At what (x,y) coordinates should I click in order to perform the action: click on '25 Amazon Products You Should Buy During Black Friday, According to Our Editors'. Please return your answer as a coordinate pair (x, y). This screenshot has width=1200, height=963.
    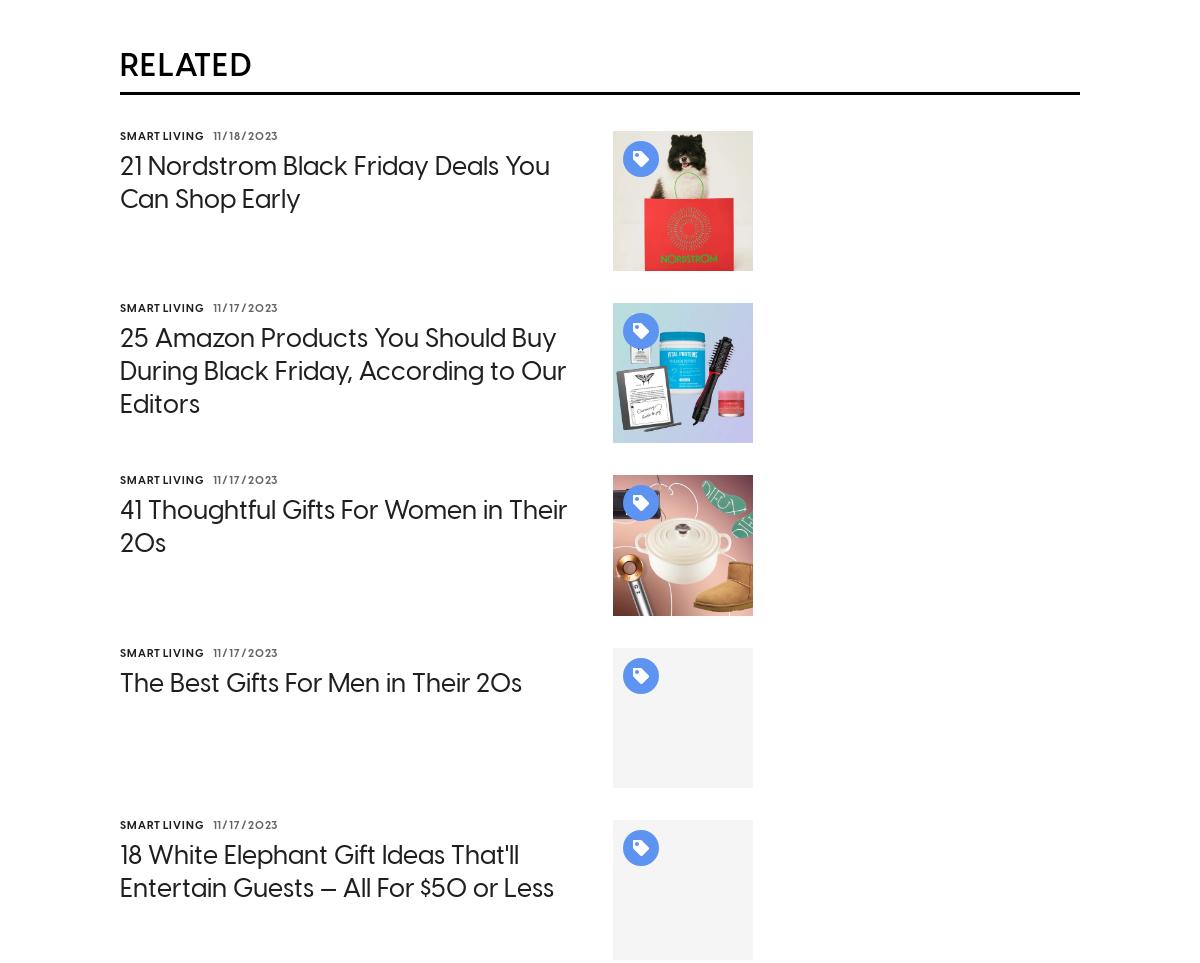
    Looking at the image, I should click on (120, 398).